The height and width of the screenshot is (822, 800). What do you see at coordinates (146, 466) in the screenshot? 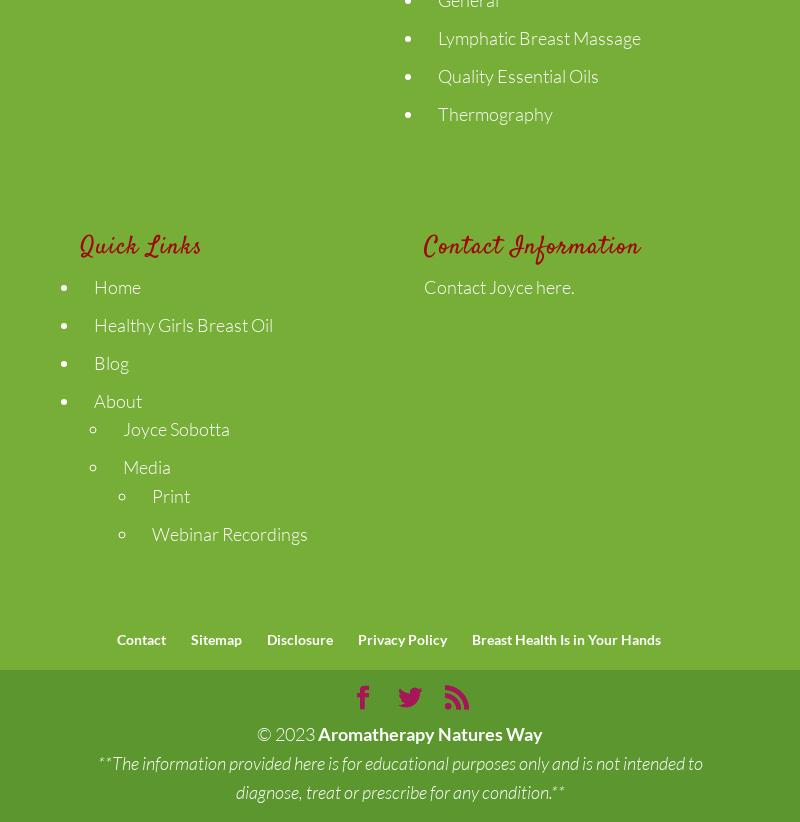
I see `'Media'` at bounding box center [146, 466].